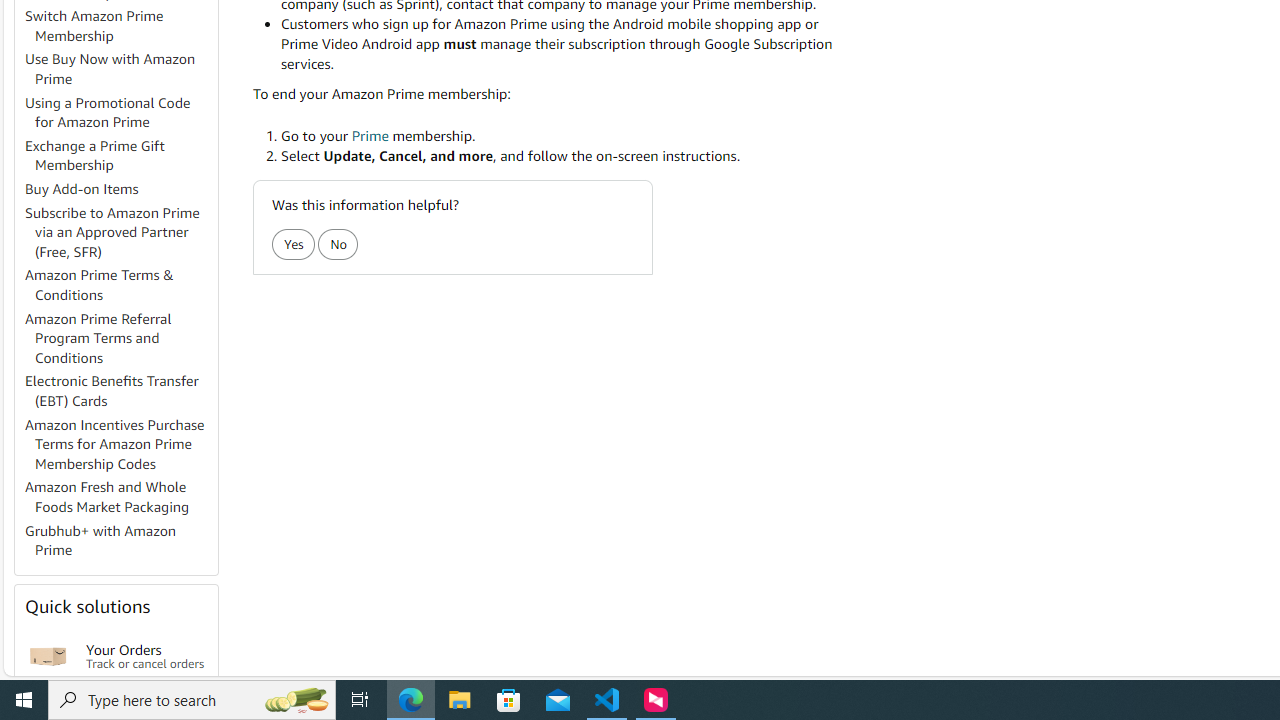 The height and width of the screenshot is (720, 1280). What do you see at coordinates (144, 656) in the screenshot?
I see `'Your Orders Track or cancel orders'` at bounding box center [144, 656].